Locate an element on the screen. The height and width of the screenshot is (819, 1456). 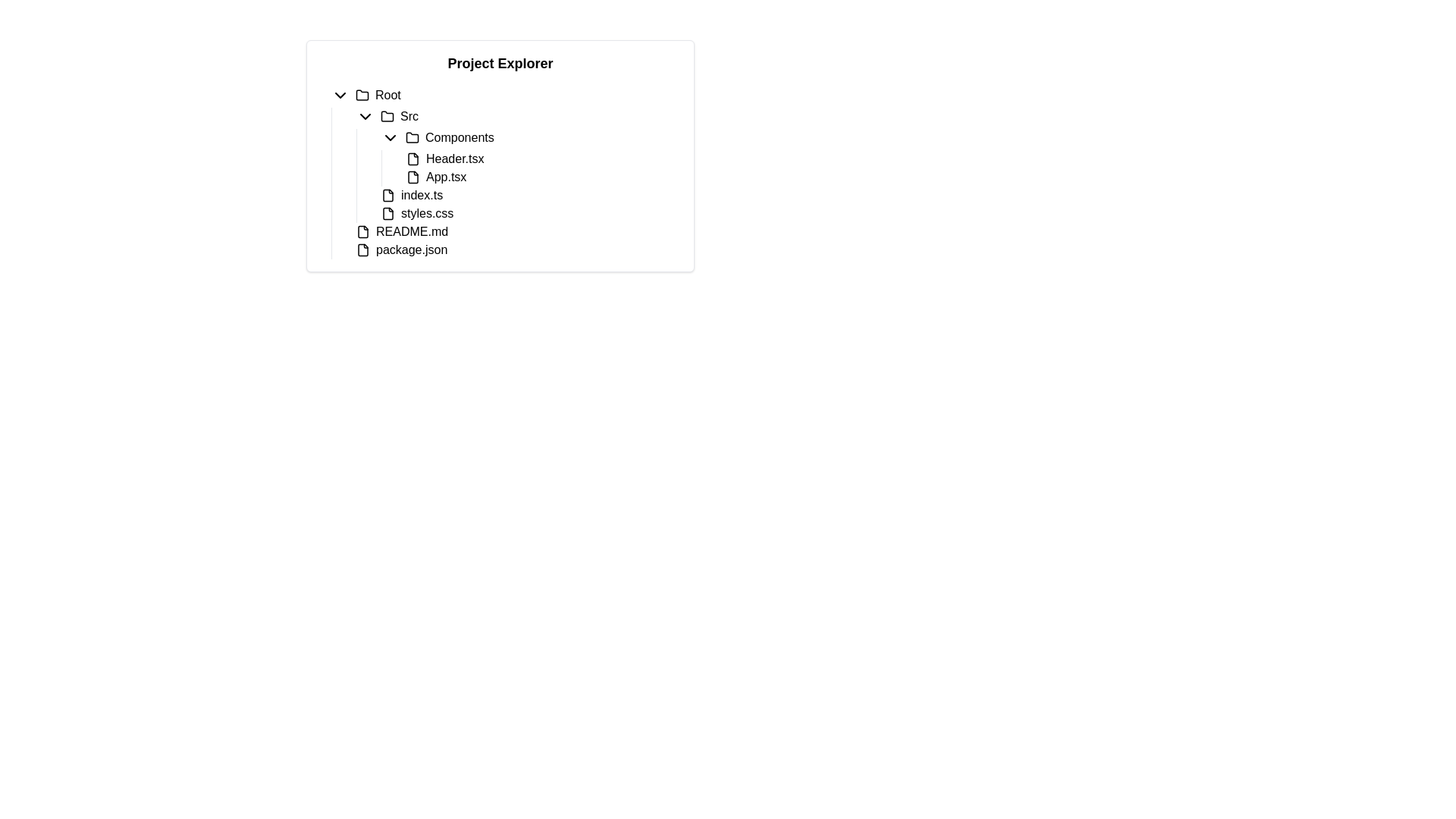
the folder icon located to the right of the chevron-down icon and to the left of the 'Root' text label in the hierarchical structure is located at coordinates (362, 96).